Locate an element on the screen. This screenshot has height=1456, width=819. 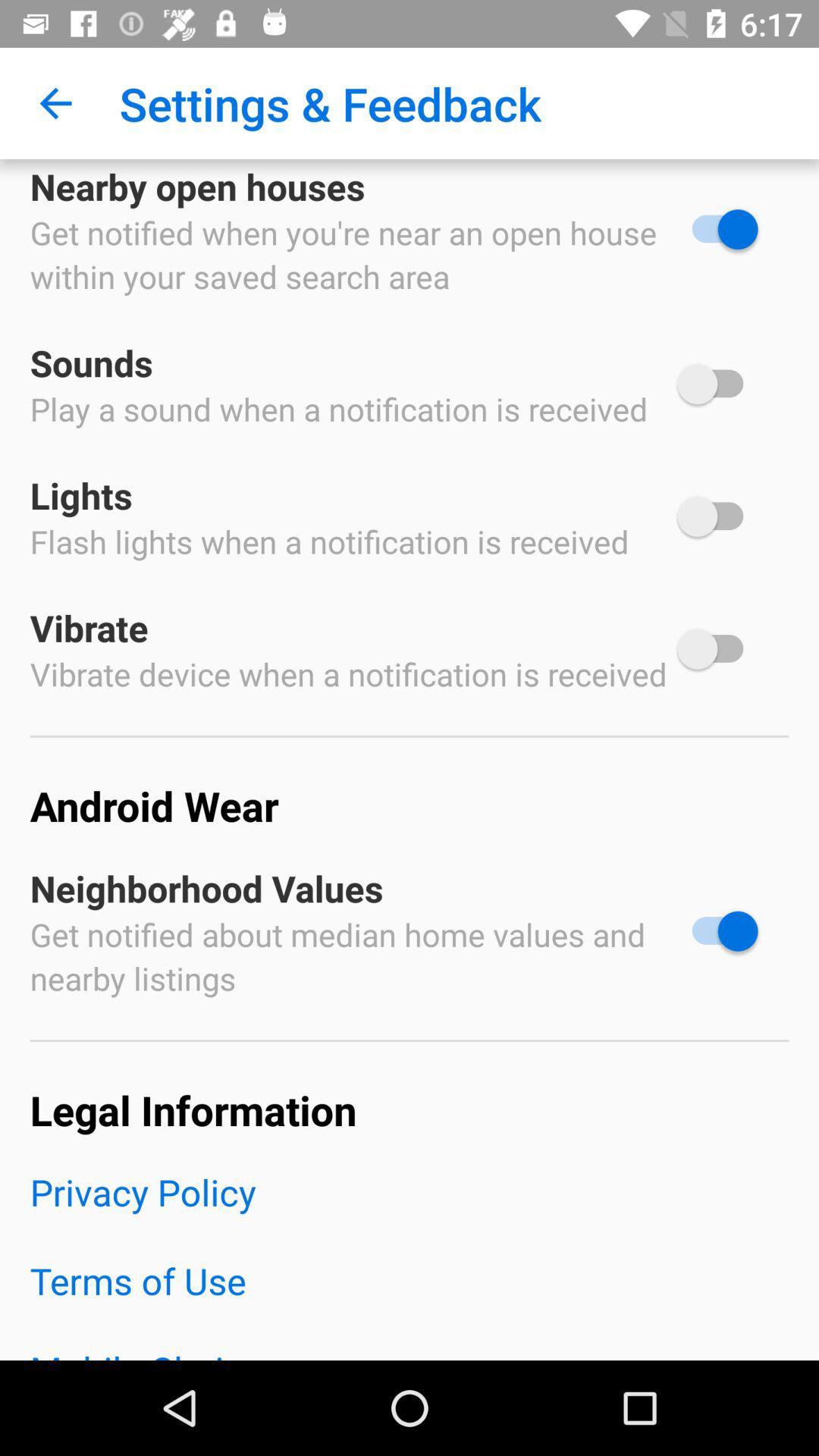
open houses option is located at coordinates (717, 228).